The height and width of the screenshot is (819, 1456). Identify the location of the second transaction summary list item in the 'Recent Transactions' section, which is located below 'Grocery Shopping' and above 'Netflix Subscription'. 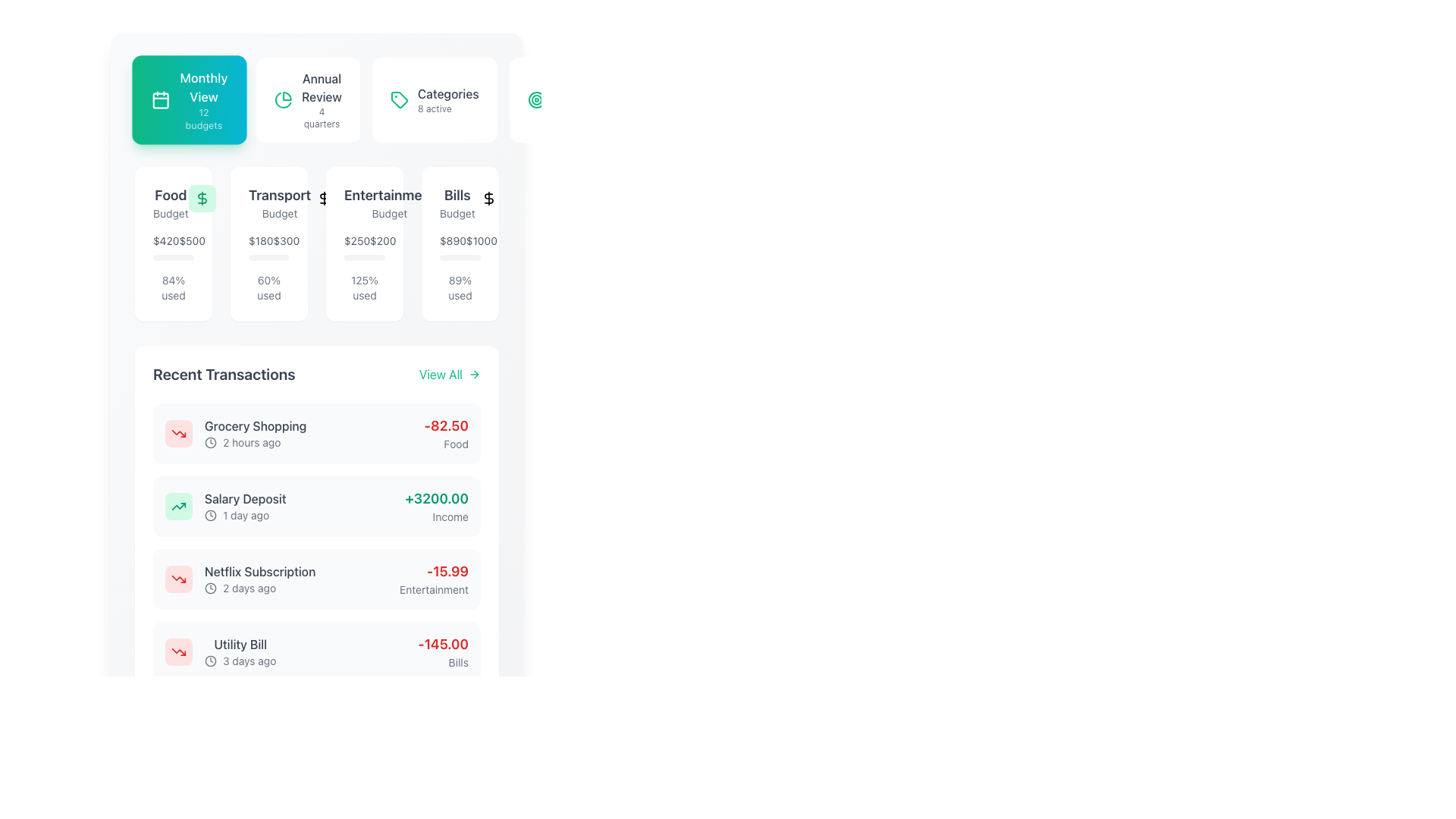
(224, 506).